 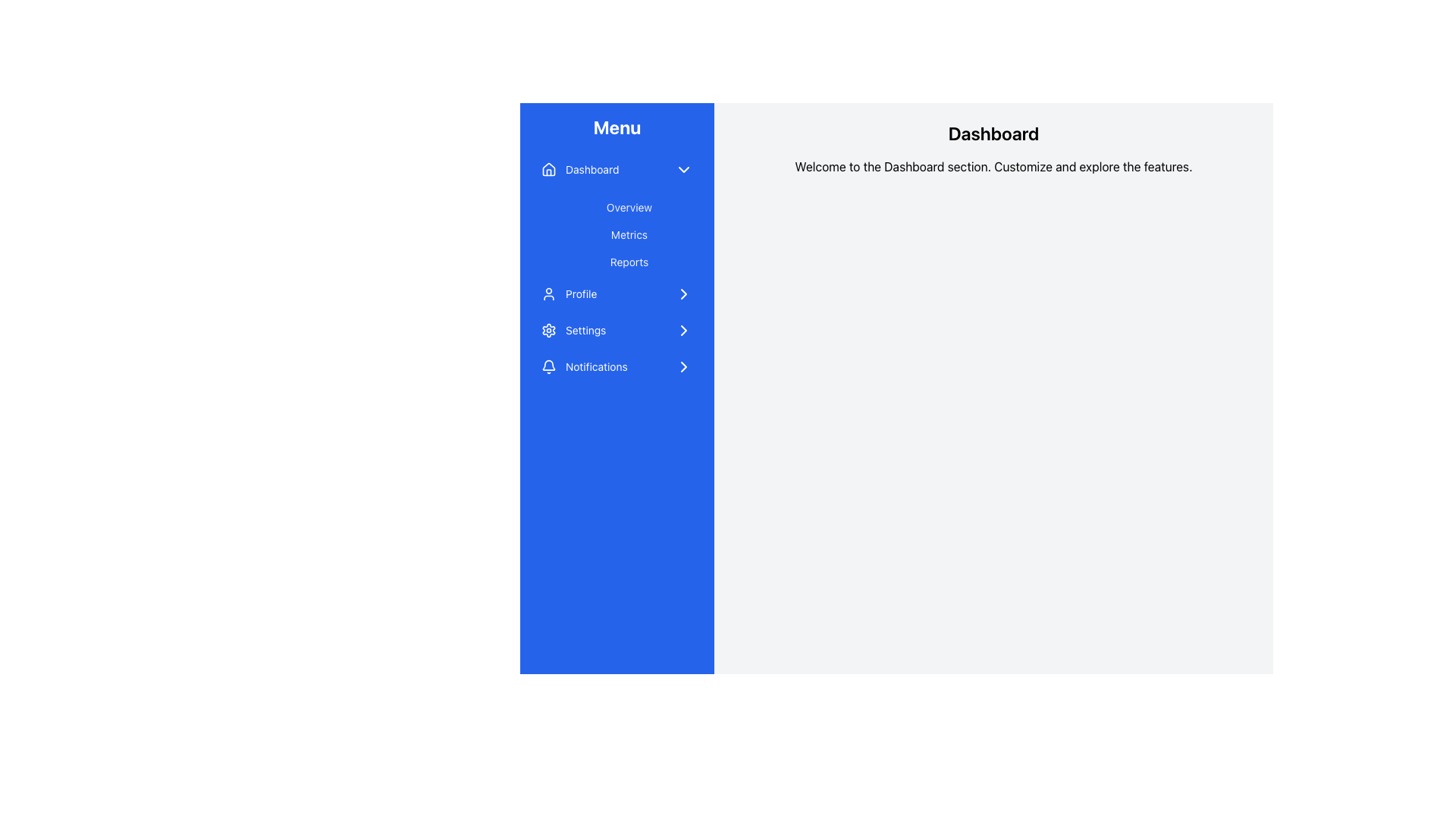 I want to click on the bell icon representing notifications, which is outlined in white on a blue background, located in the vertical list on the blue menu sidebar, so click(x=548, y=366).